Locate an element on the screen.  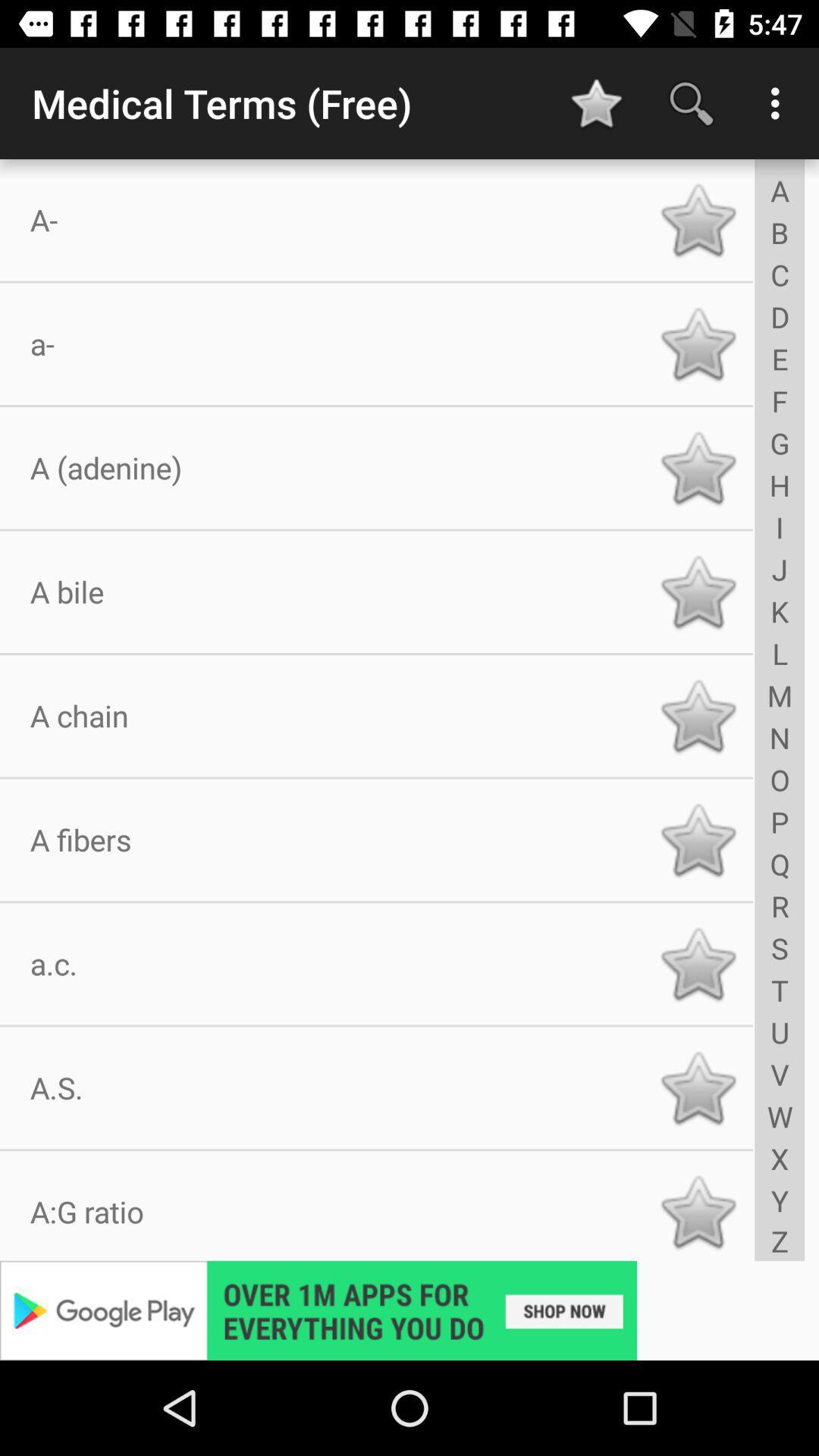
to favorites is located at coordinates (698, 219).